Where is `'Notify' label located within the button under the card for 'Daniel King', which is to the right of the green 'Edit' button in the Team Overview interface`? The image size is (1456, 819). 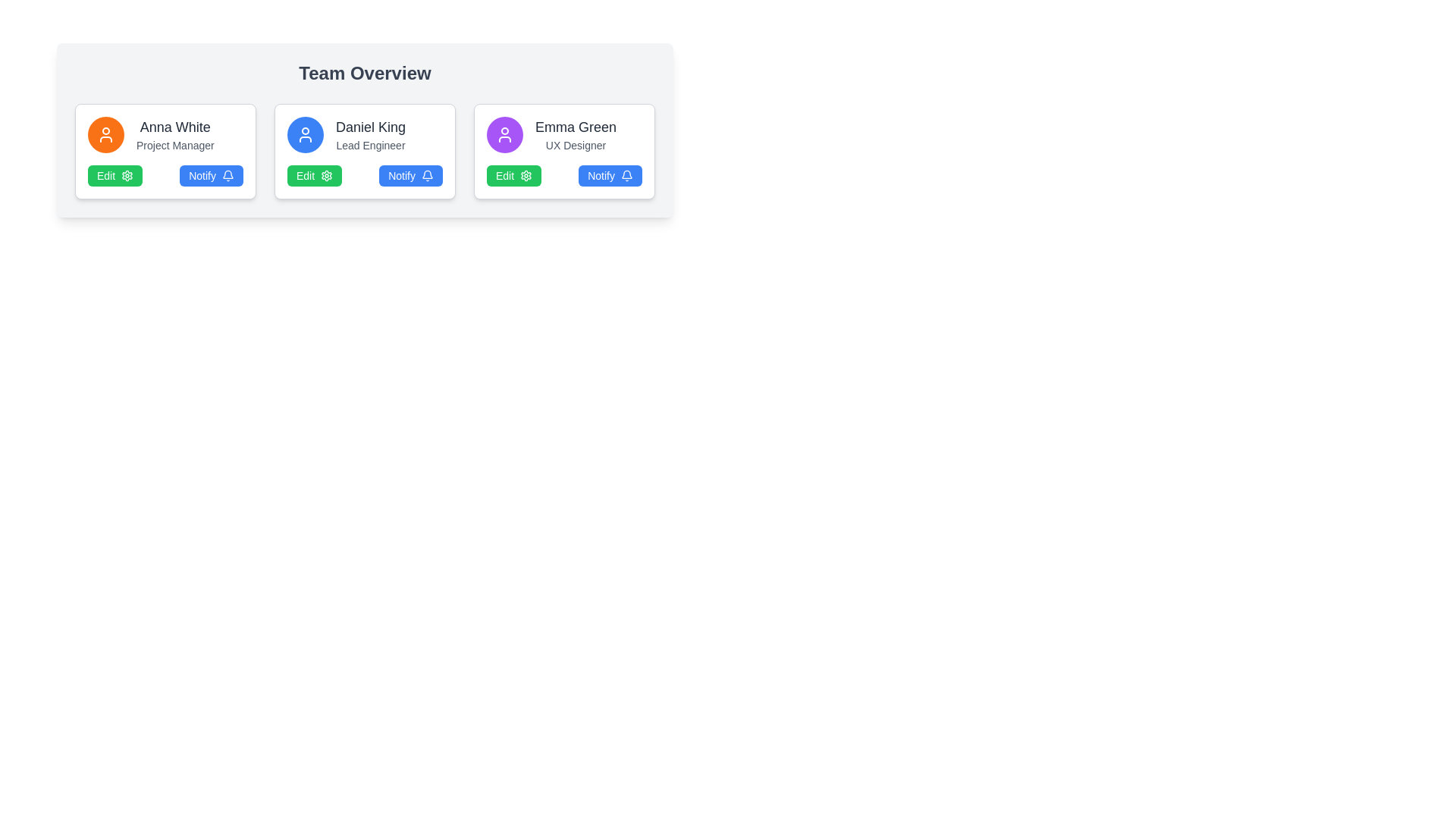
'Notify' label located within the button under the card for 'Daniel King', which is to the right of the green 'Edit' button in the Team Overview interface is located at coordinates (402, 174).